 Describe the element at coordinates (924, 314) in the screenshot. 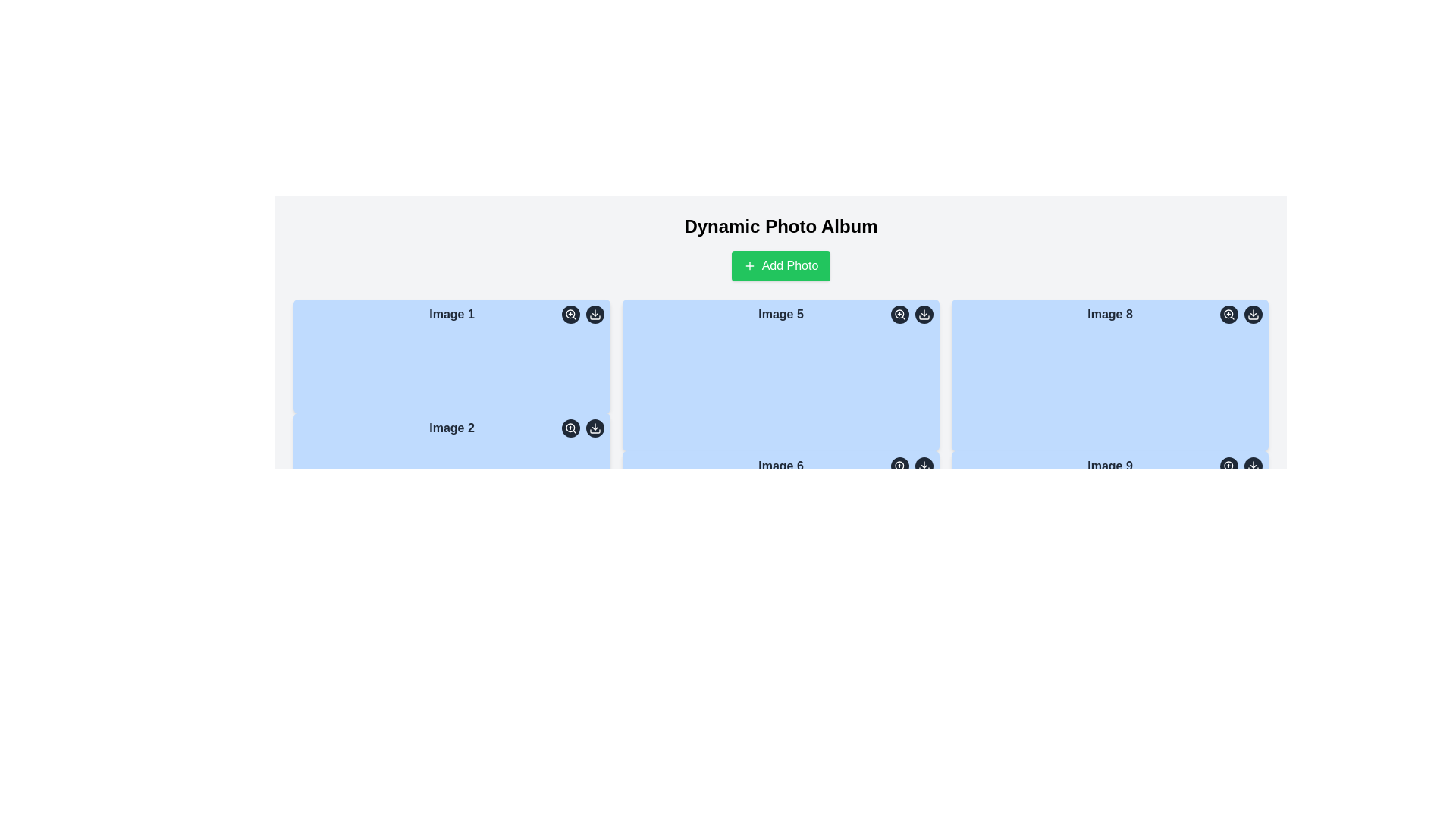

I see `the 'Download' button located at the top-right corner of the 'Image 5' box, which is the second icon in the small icon group next to the magnifying glass icon, to initiate the download of the associated image file` at that location.